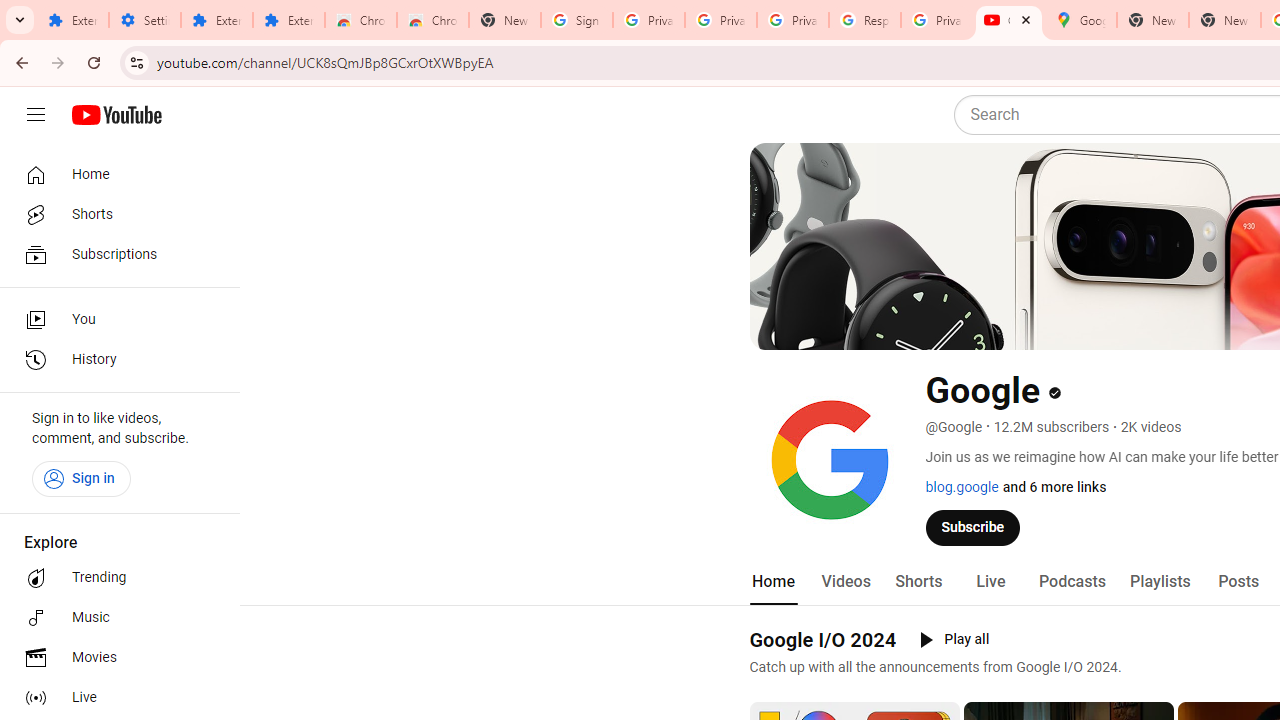 The width and height of the screenshot is (1280, 720). I want to click on 'Live', so click(112, 697).